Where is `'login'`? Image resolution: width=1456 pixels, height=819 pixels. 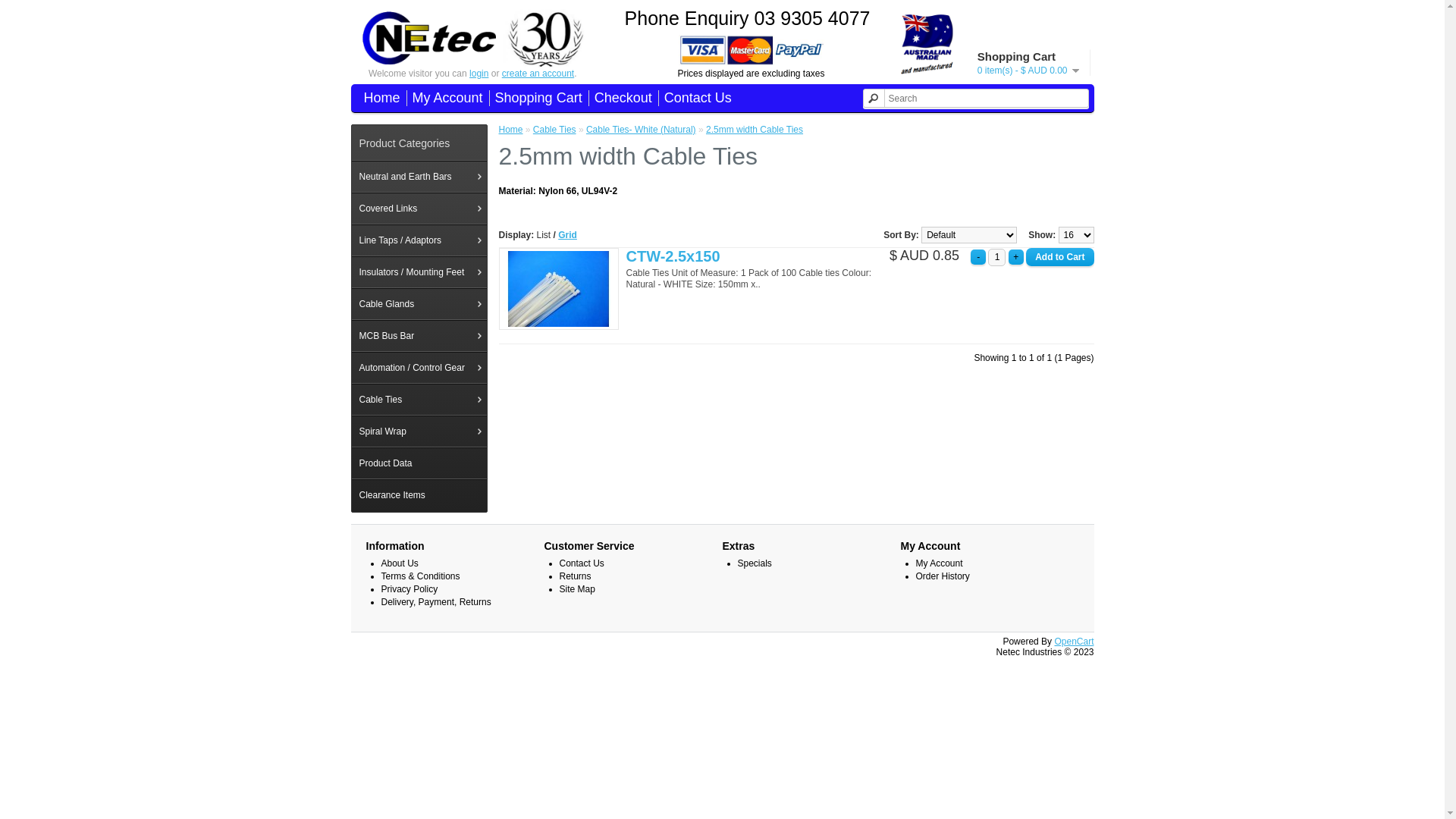
'login' is located at coordinates (469, 73).